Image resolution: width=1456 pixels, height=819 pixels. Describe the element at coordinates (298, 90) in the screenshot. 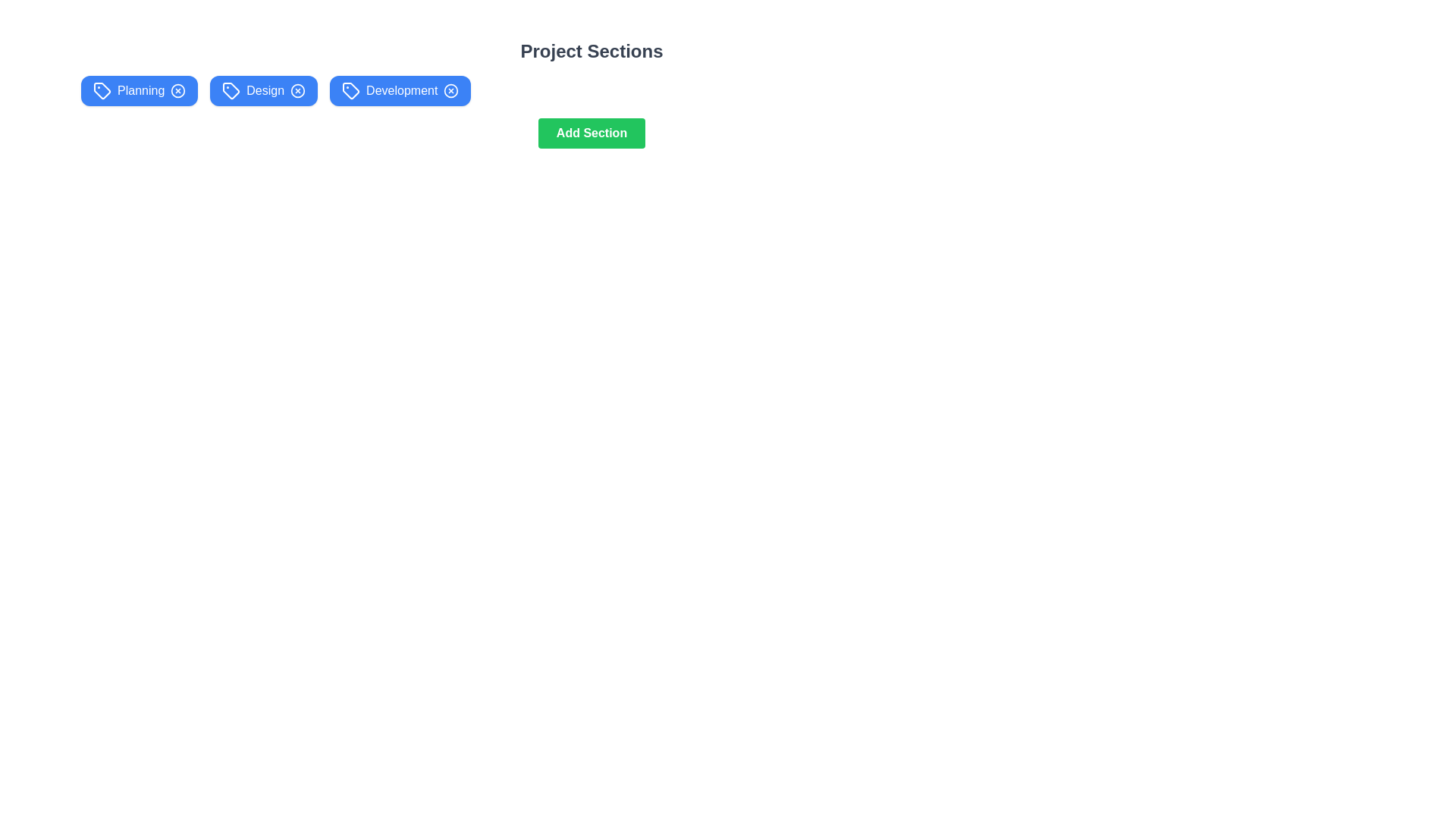

I see `remove button (X) on the section chip labeled Design` at that location.